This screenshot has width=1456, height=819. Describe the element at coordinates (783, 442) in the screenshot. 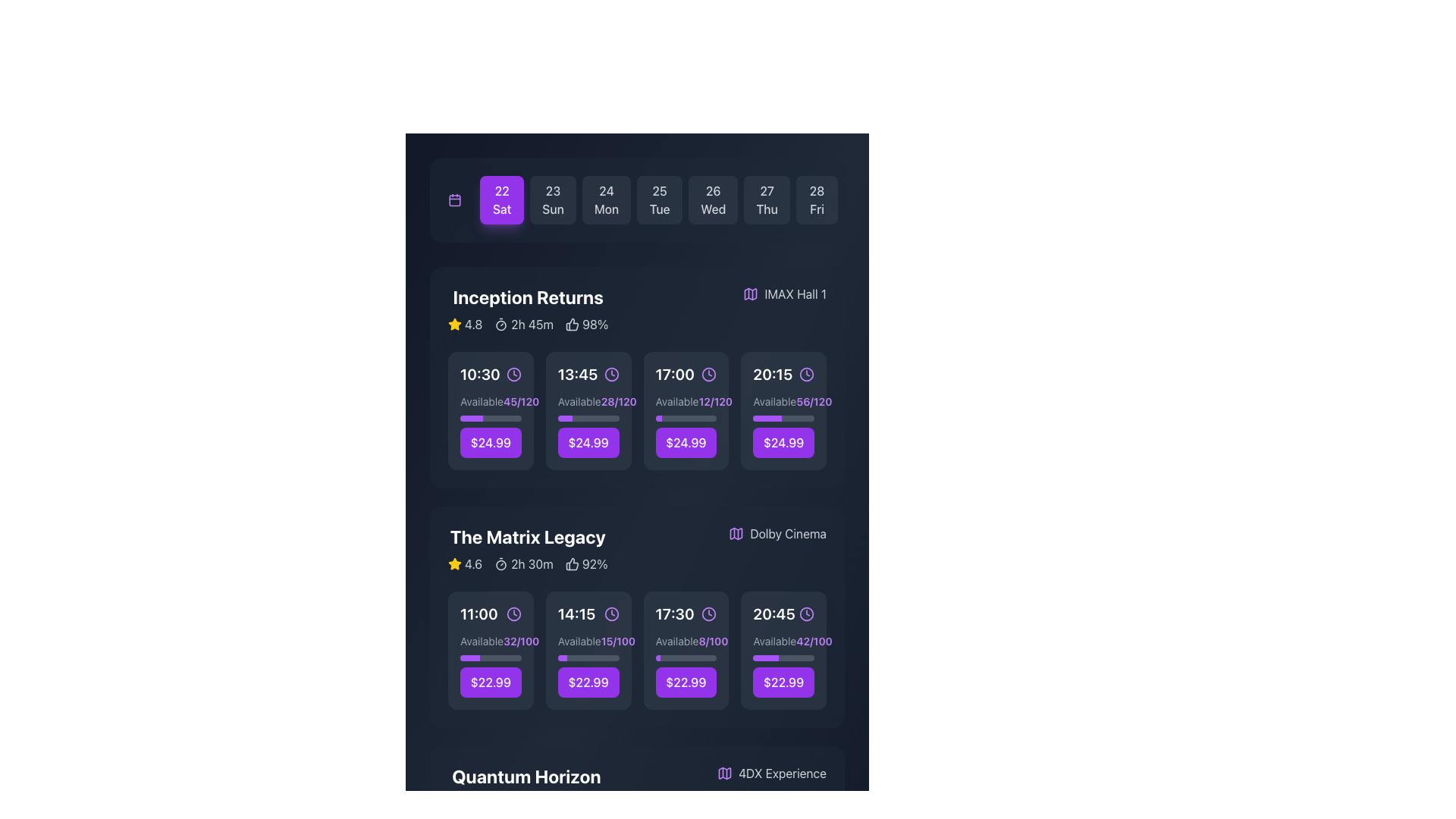

I see `the interactive button for selecting the time slot for the movie 'Inception Returns' to proceed with booking or reservation` at that location.